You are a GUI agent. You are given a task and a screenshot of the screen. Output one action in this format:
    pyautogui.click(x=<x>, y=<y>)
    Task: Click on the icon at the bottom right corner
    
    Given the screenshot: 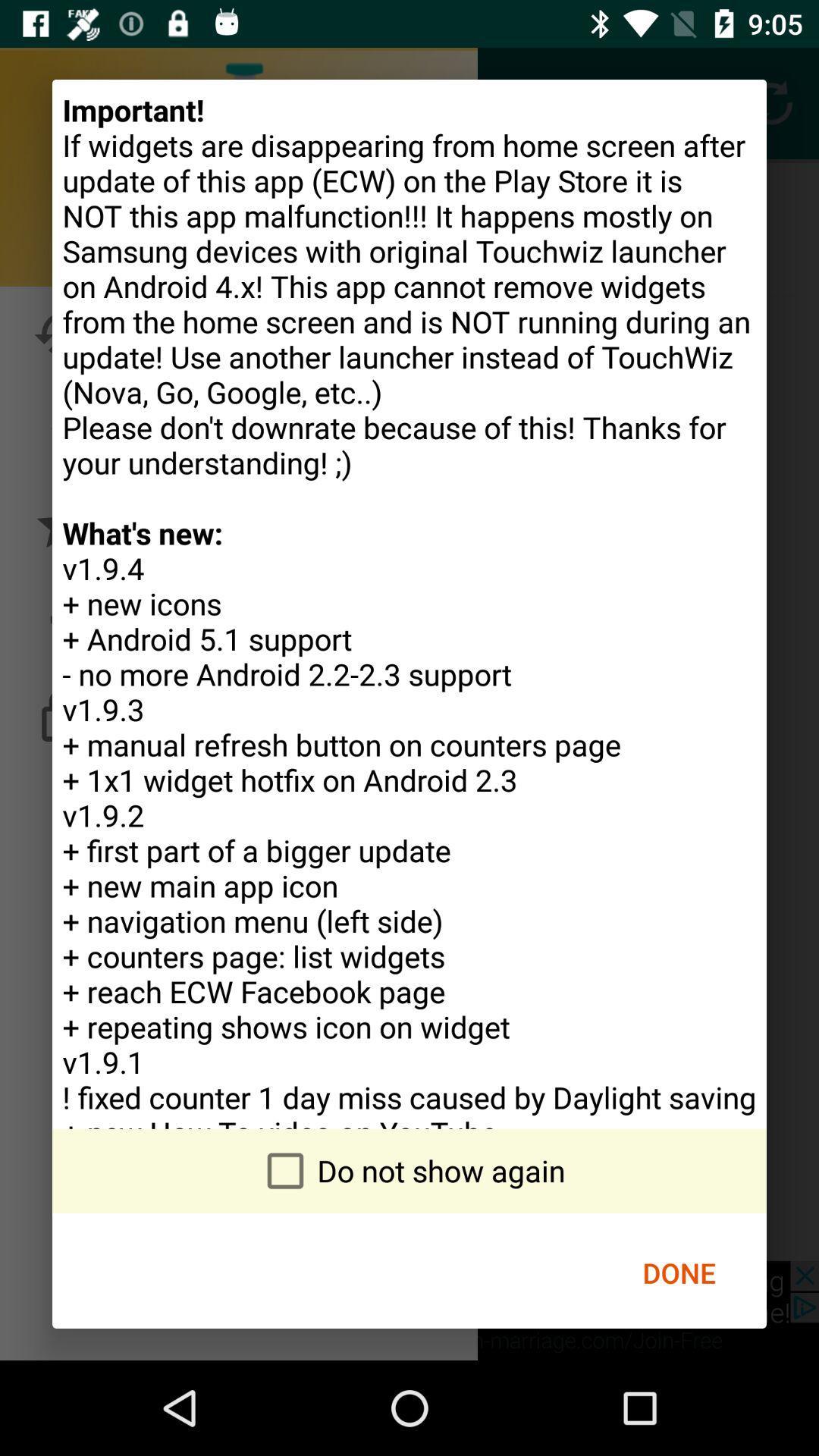 What is the action you would take?
    pyautogui.click(x=678, y=1272)
    